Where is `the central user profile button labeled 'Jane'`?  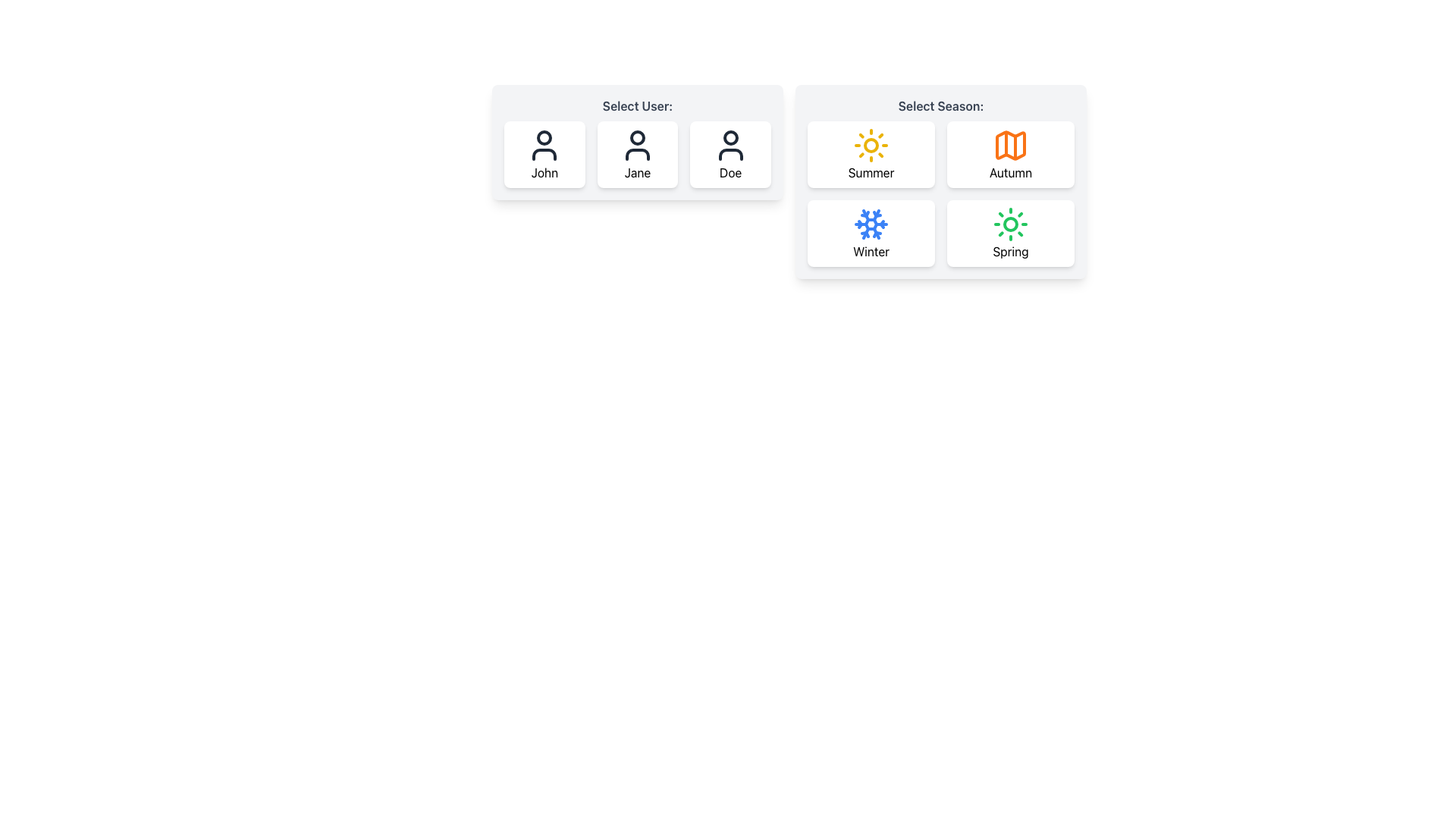
the central user profile button labeled 'Jane' is located at coordinates (637, 155).